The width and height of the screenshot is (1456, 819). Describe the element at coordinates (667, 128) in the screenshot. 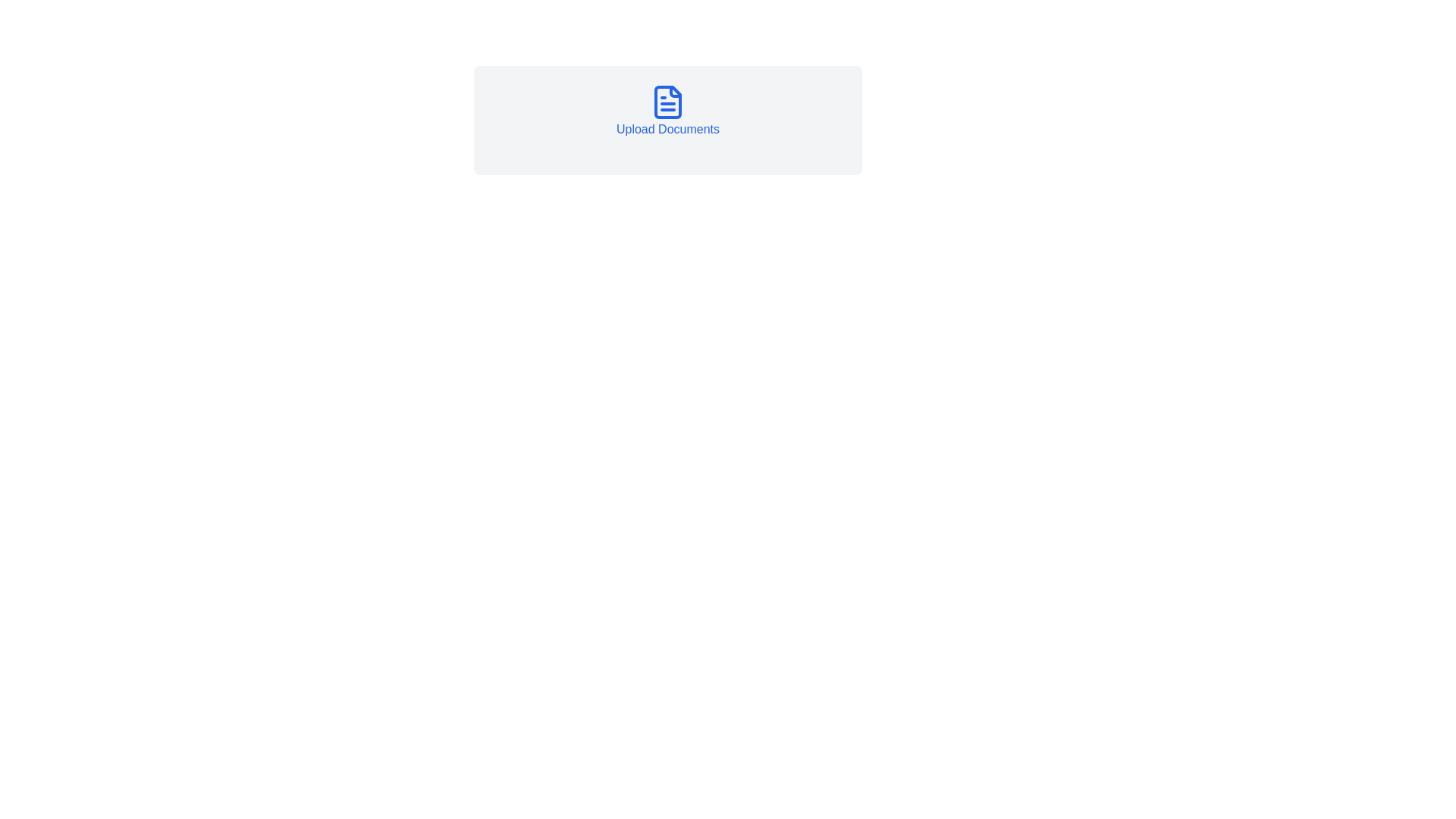

I see `the 'Upload Documents' label, which is styled in blue, bold letters and positioned below a file icon` at that location.